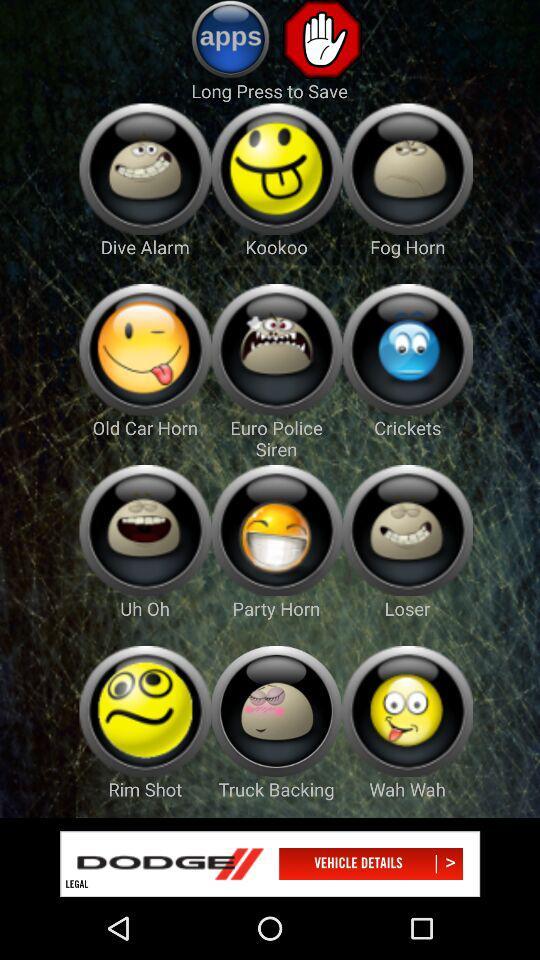 Image resolution: width=540 pixels, height=960 pixels. I want to click on option button, so click(275, 349).